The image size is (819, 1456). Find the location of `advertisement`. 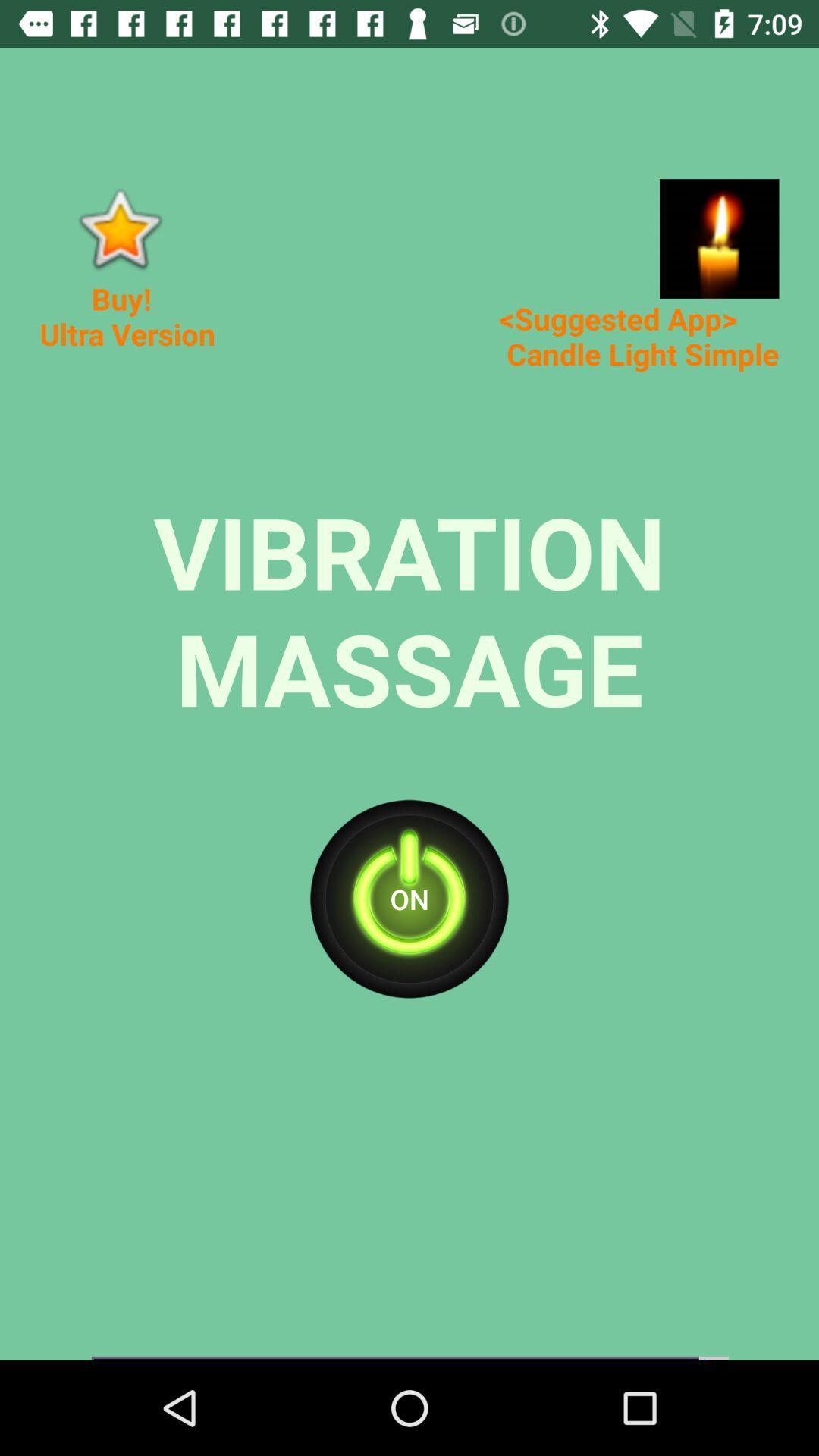

advertisement is located at coordinates (718, 238).